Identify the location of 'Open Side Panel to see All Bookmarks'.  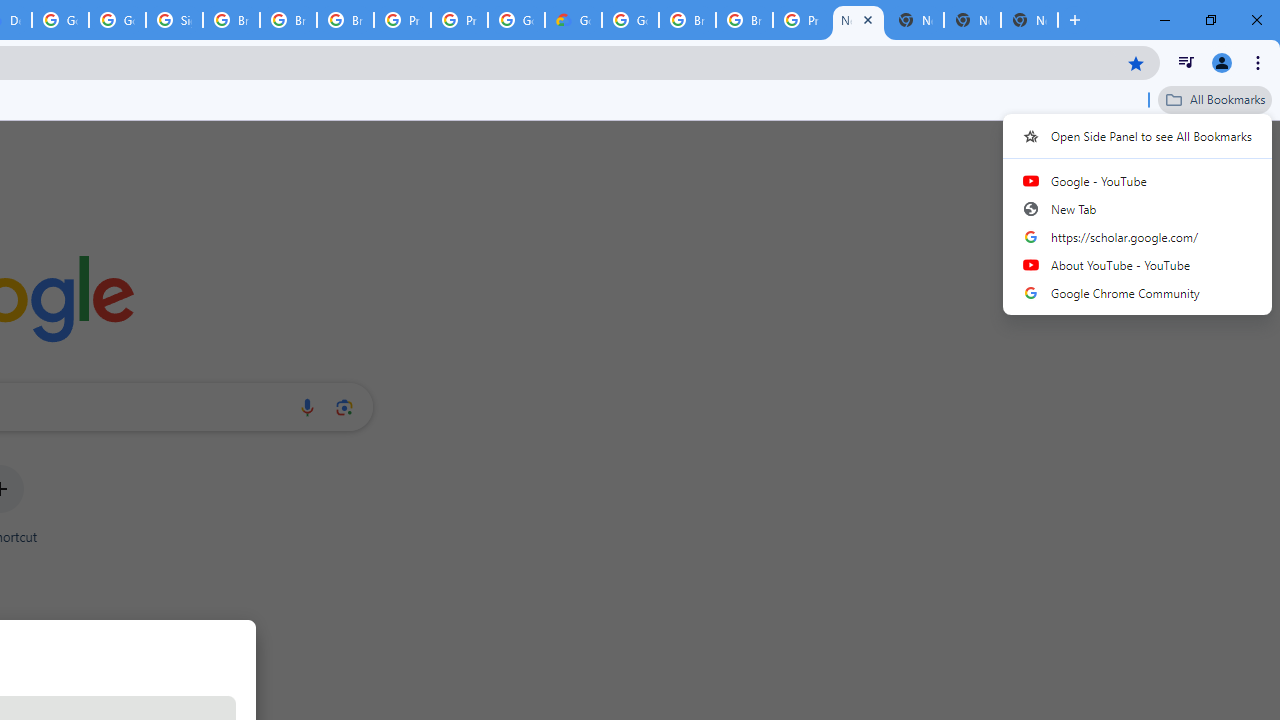
(1137, 135).